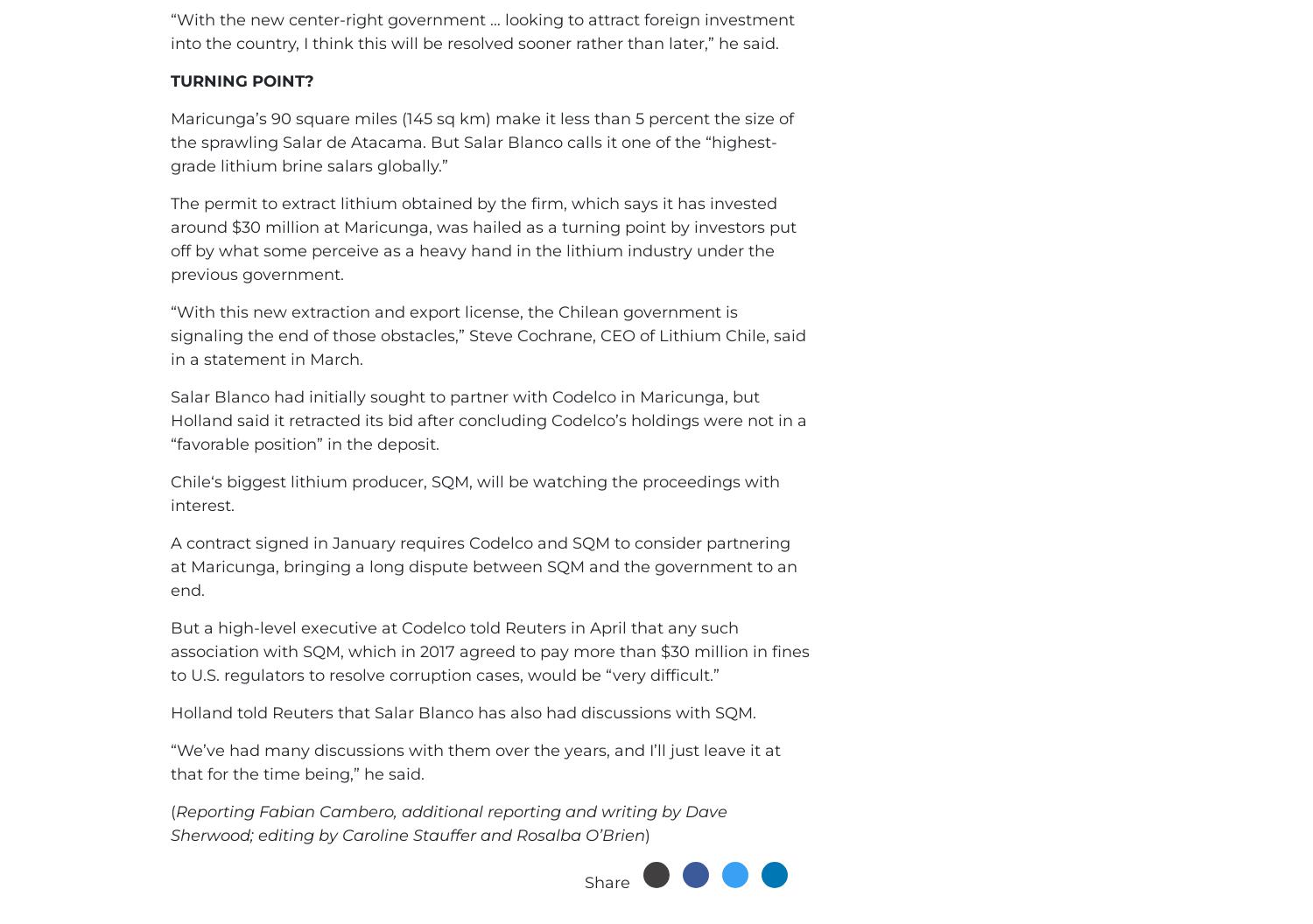 Image resolution: width=1313 pixels, height=924 pixels. I want to click on 'Salar Blanco had initially sought to partner with Codelco in Maricunga, but Holland said it retracted its bid after concluding Codelco’s holdings were not in a “favorable position” in the deposit.', so click(488, 420).